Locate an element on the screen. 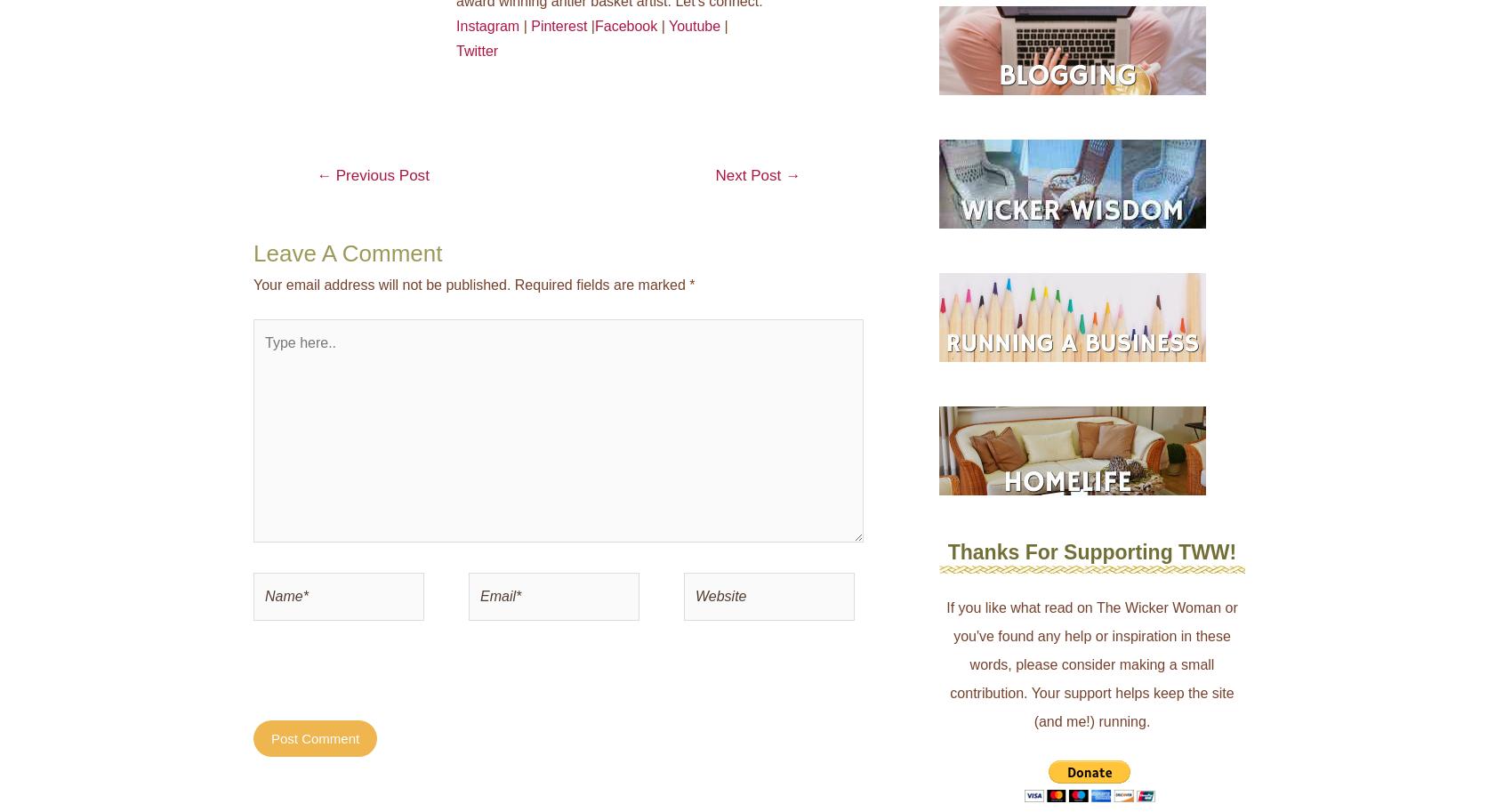 Image resolution: width=1512 pixels, height=812 pixels. 'Instagram' is located at coordinates (487, 25).